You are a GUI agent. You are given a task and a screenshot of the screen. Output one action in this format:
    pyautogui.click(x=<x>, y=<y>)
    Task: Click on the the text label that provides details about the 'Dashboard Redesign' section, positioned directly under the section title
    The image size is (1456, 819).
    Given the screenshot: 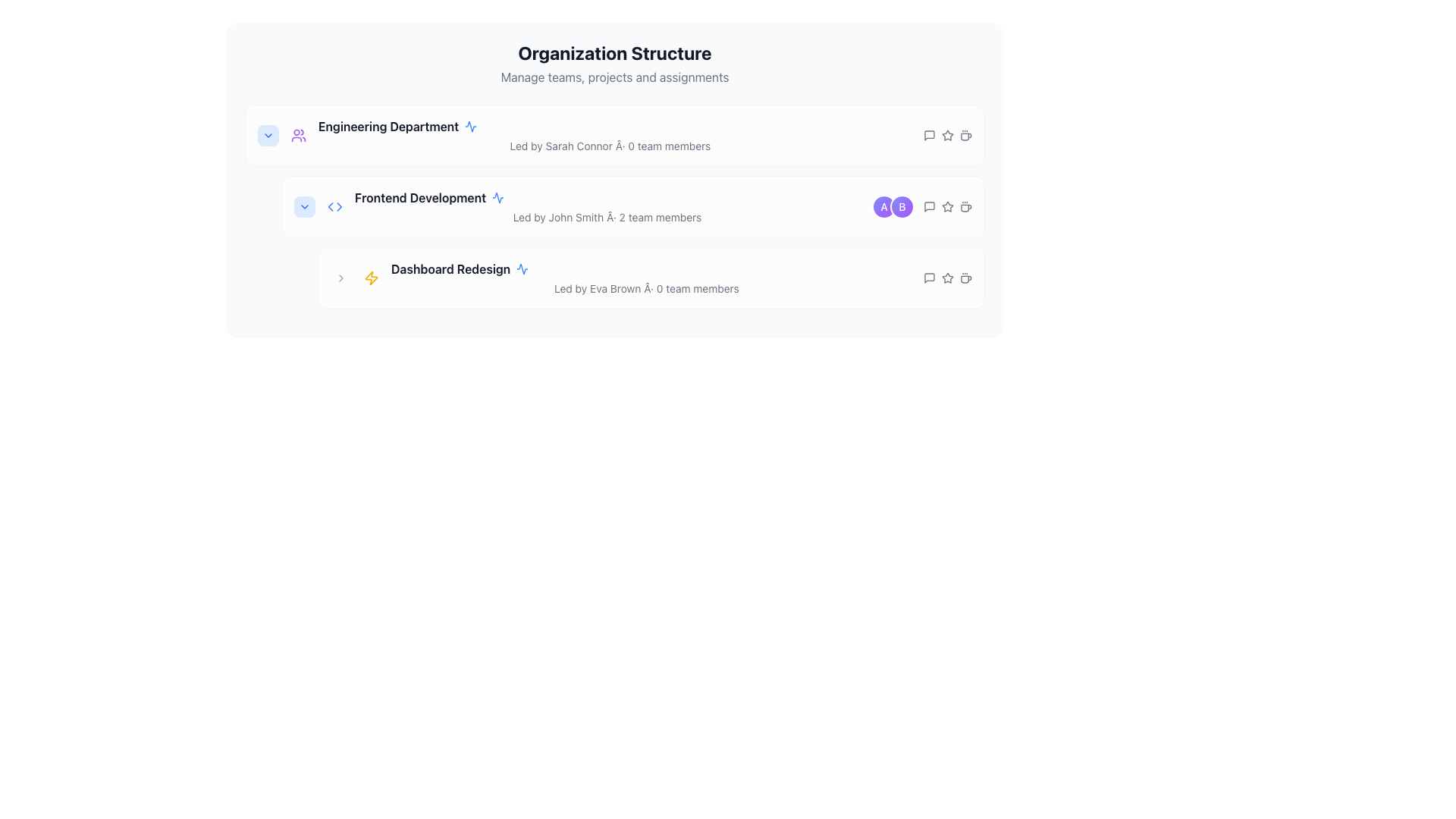 What is the action you would take?
    pyautogui.click(x=647, y=289)
    